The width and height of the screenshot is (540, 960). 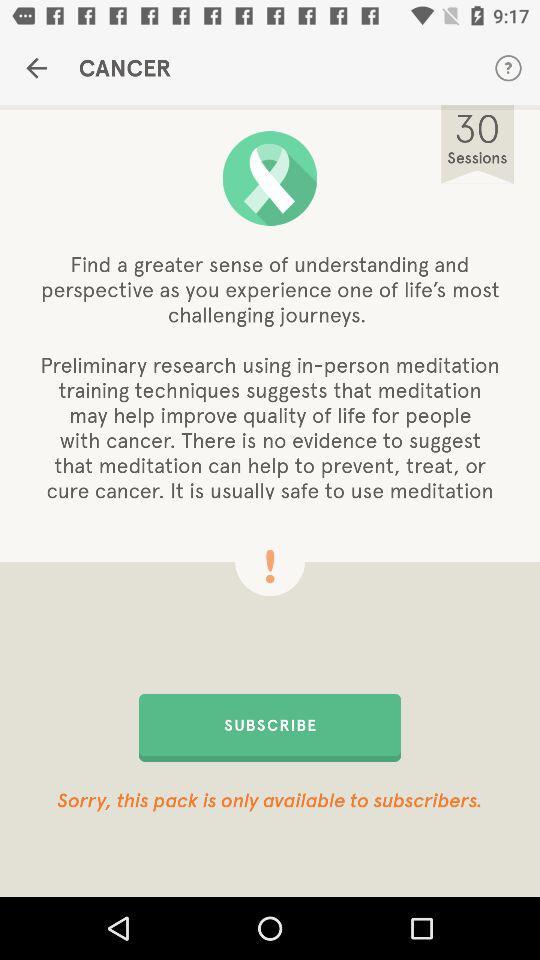 I want to click on the subscribe icon, so click(x=270, y=726).